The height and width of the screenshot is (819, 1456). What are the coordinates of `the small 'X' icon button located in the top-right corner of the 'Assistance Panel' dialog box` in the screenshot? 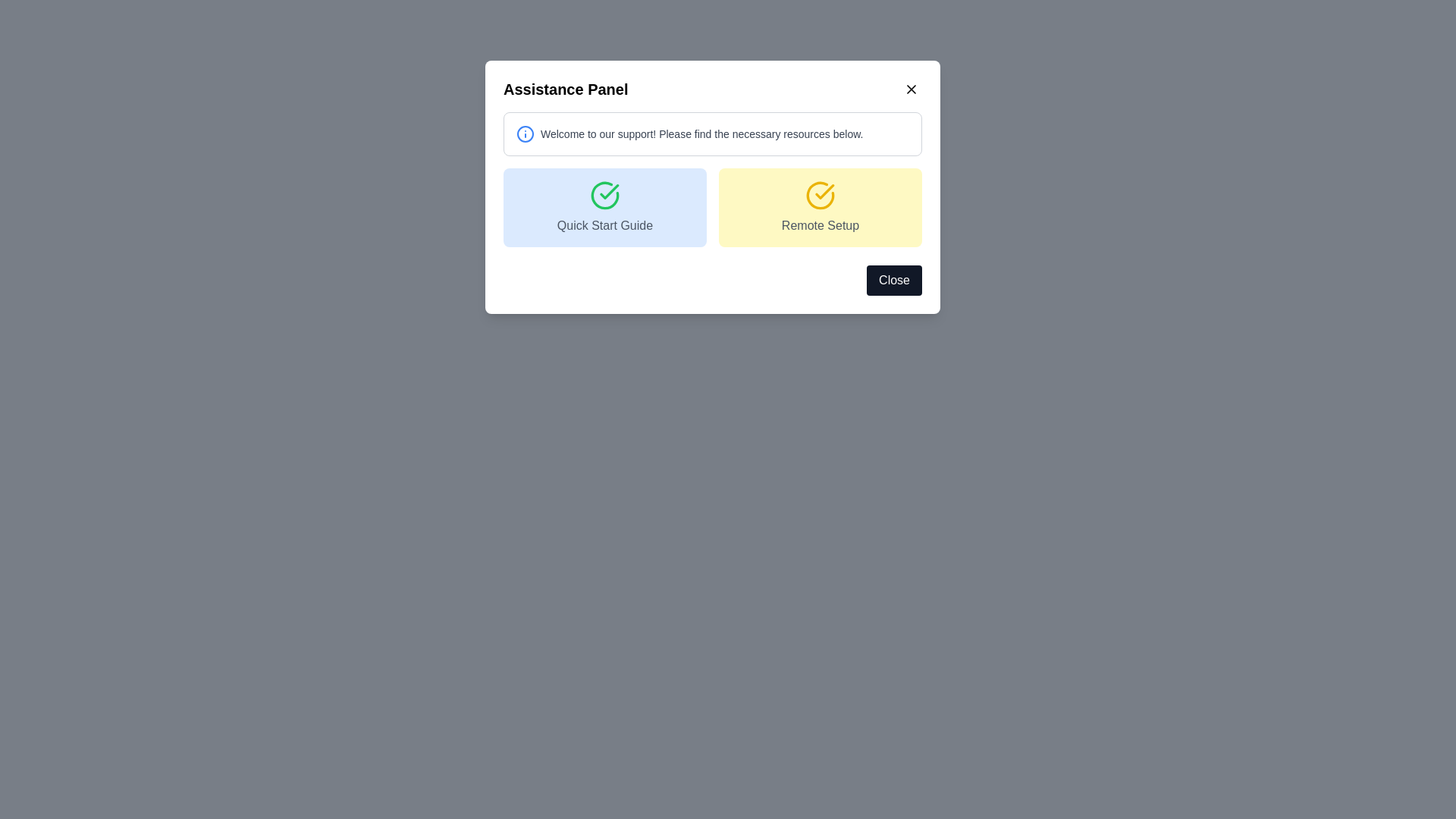 It's located at (910, 89).